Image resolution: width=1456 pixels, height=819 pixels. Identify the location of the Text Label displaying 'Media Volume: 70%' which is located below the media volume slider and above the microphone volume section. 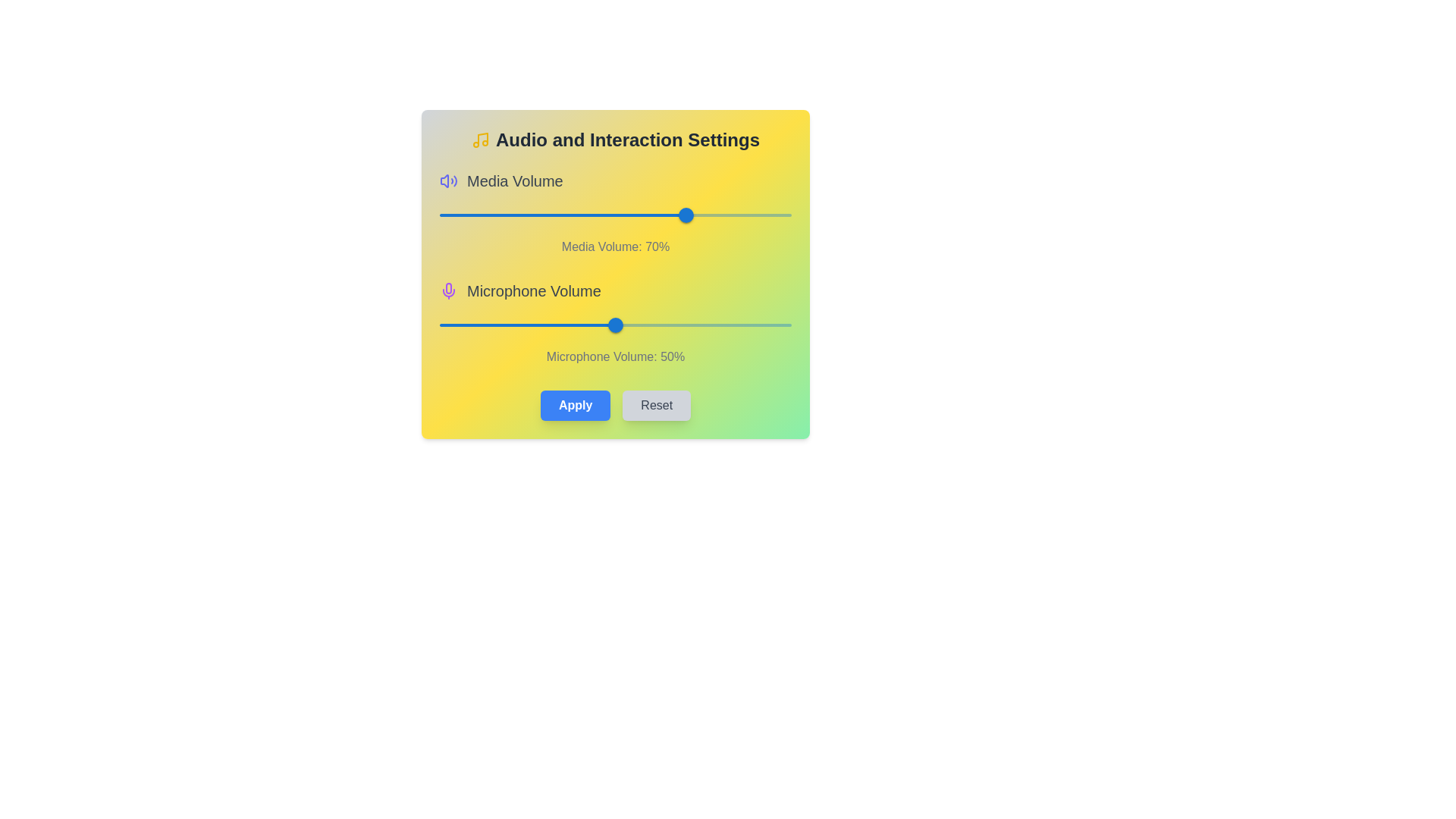
(615, 246).